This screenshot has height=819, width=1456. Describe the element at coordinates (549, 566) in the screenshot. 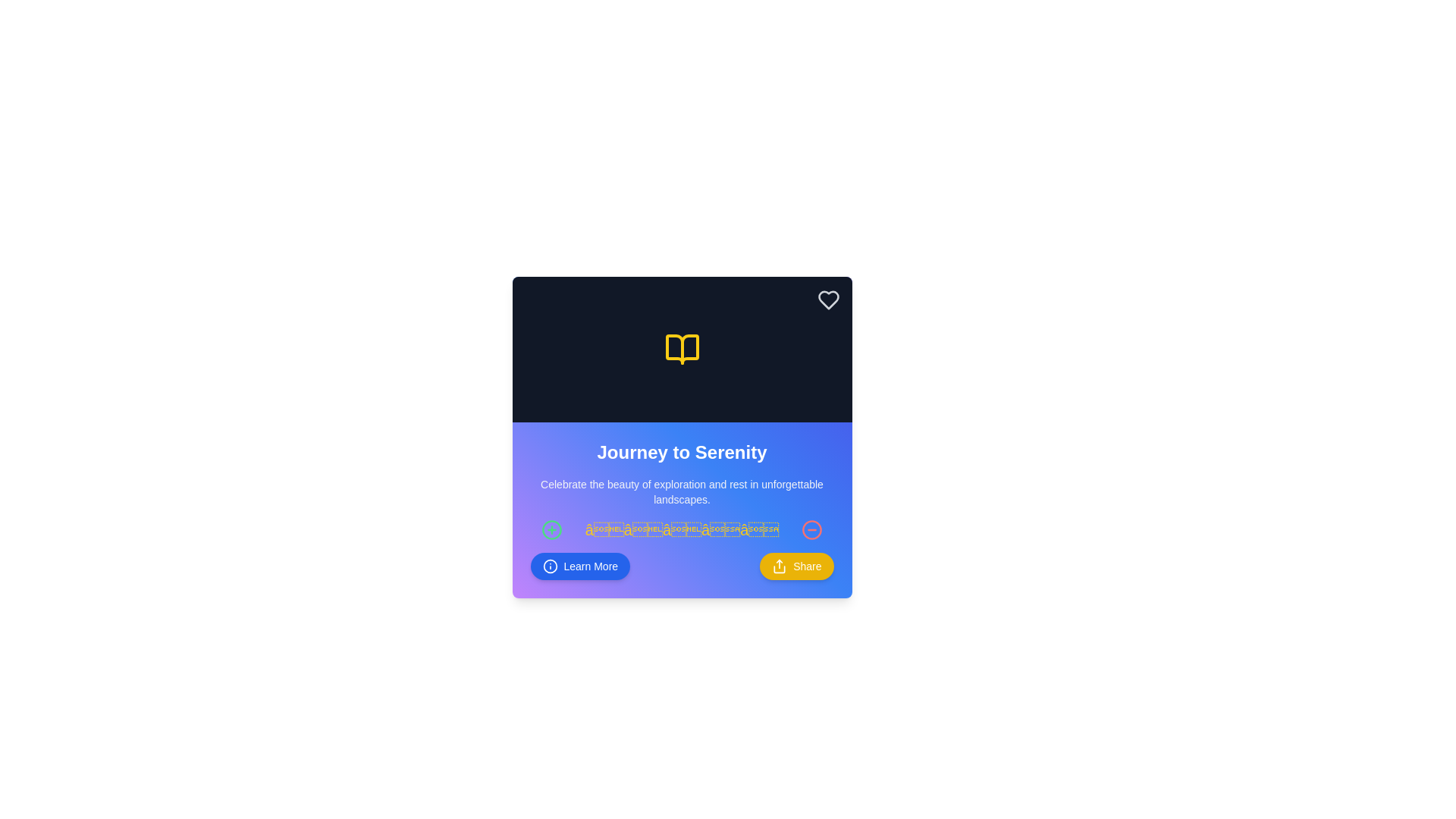

I see `the circular blue icon with a white information glyph, located inside the 'Learn More' button at the bottom-left corner of the card interface` at that location.